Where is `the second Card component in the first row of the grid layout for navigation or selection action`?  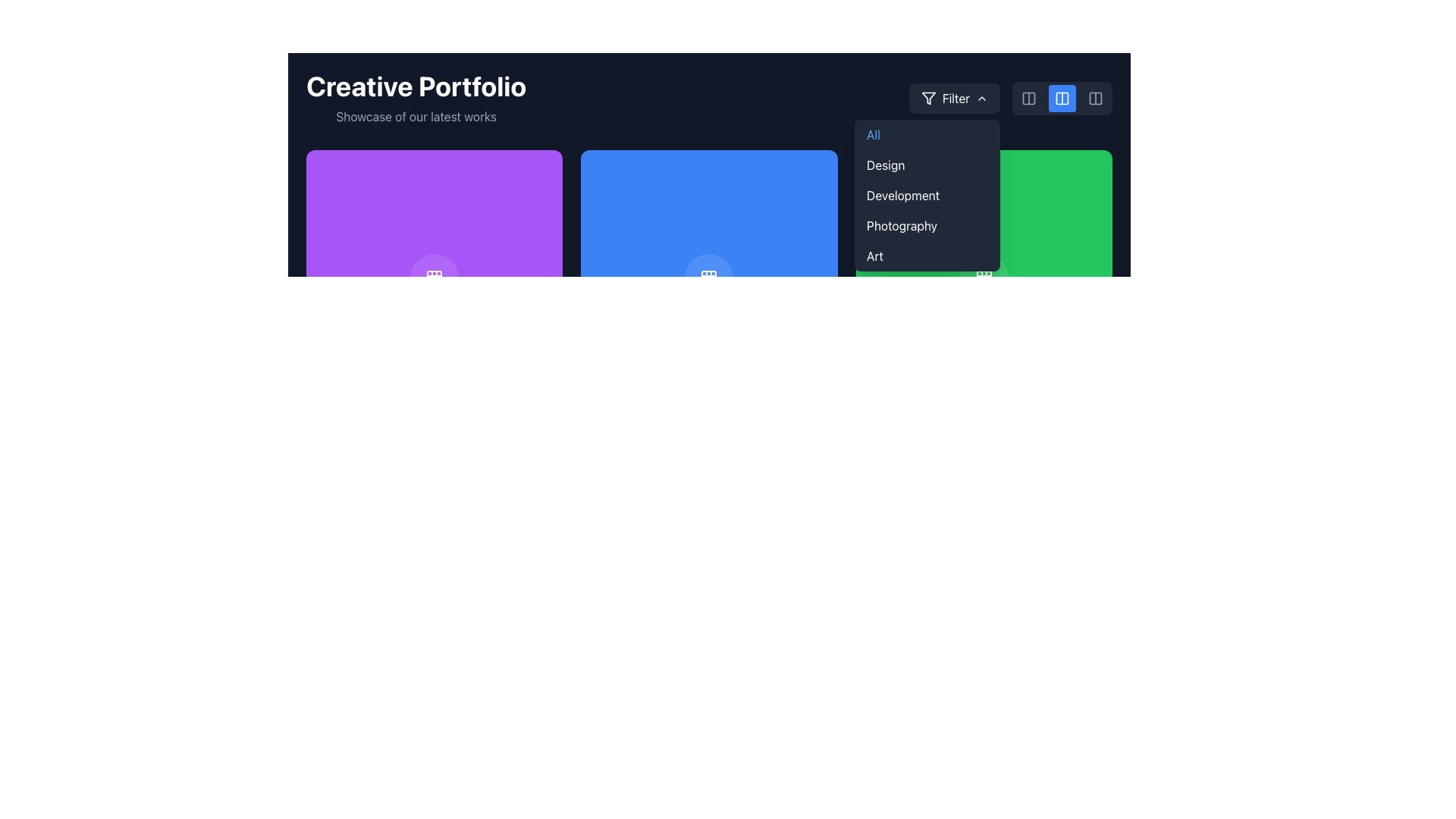 the second Card component in the first row of the grid layout for navigation or selection action is located at coordinates (708, 278).